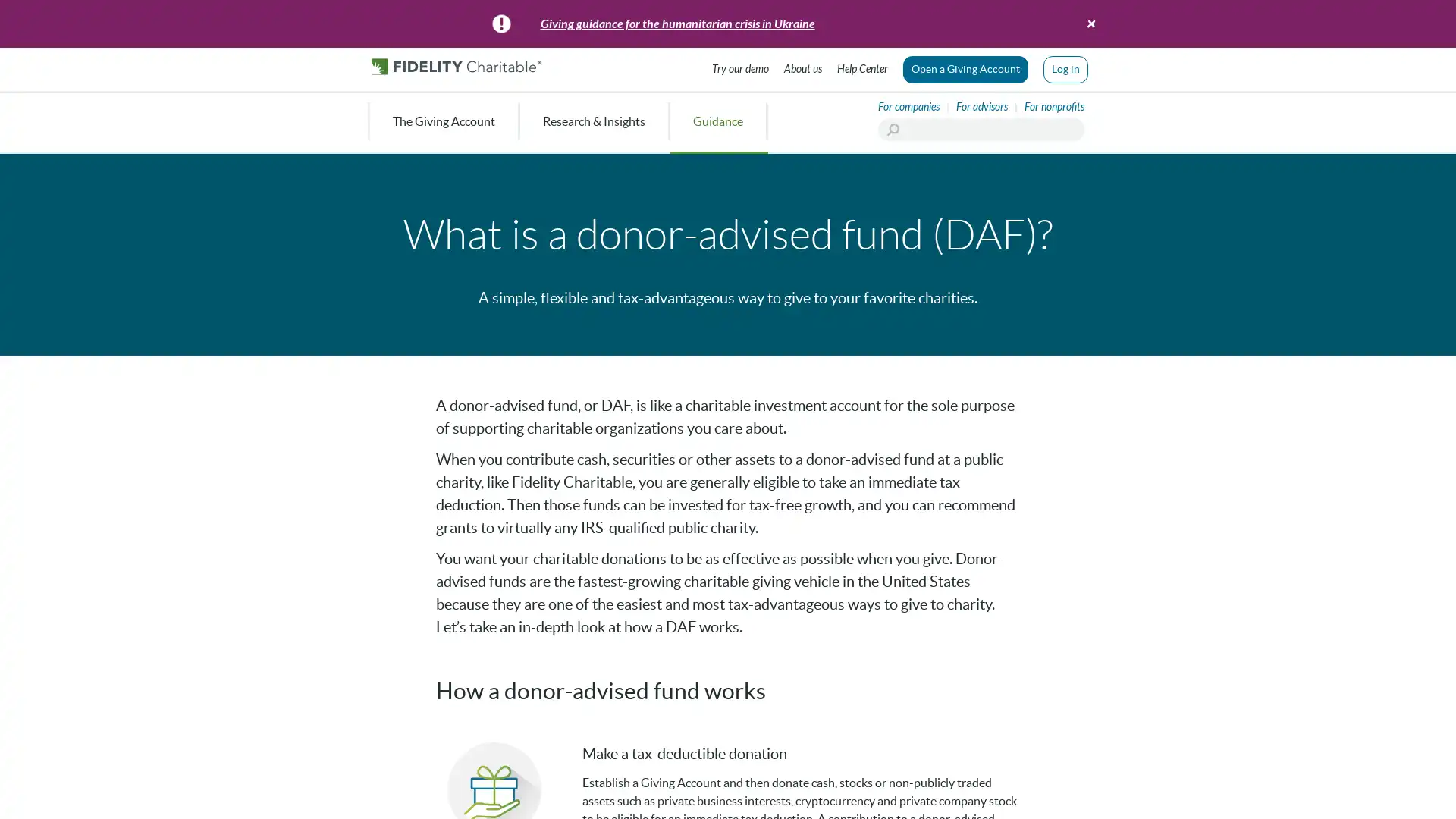 The image size is (1456, 819). I want to click on Ask Us, so click(1419, 780).